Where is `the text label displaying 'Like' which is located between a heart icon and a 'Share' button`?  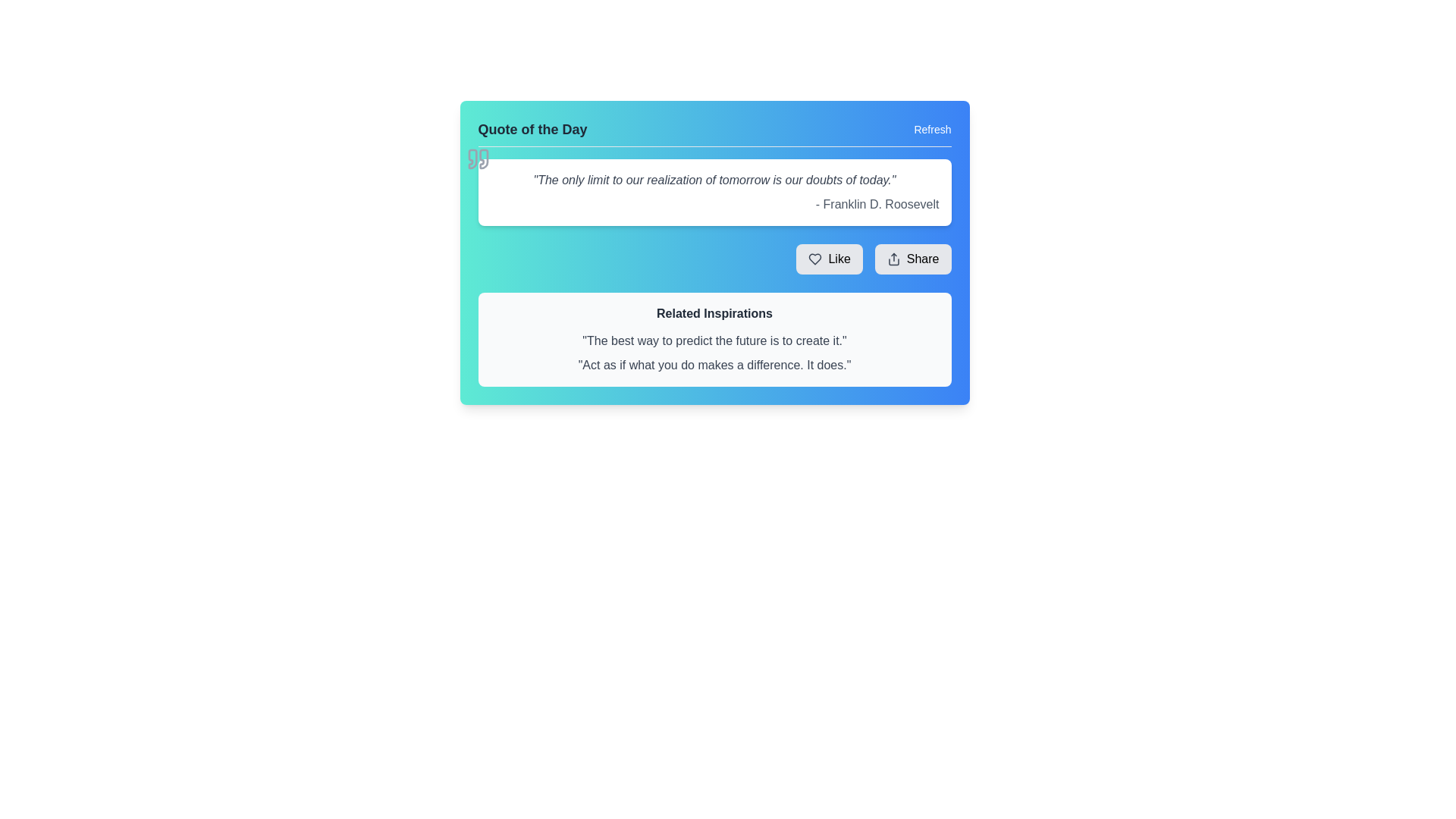 the text label displaying 'Like' which is located between a heart icon and a 'Share' button is located at coordinates (839, 259).